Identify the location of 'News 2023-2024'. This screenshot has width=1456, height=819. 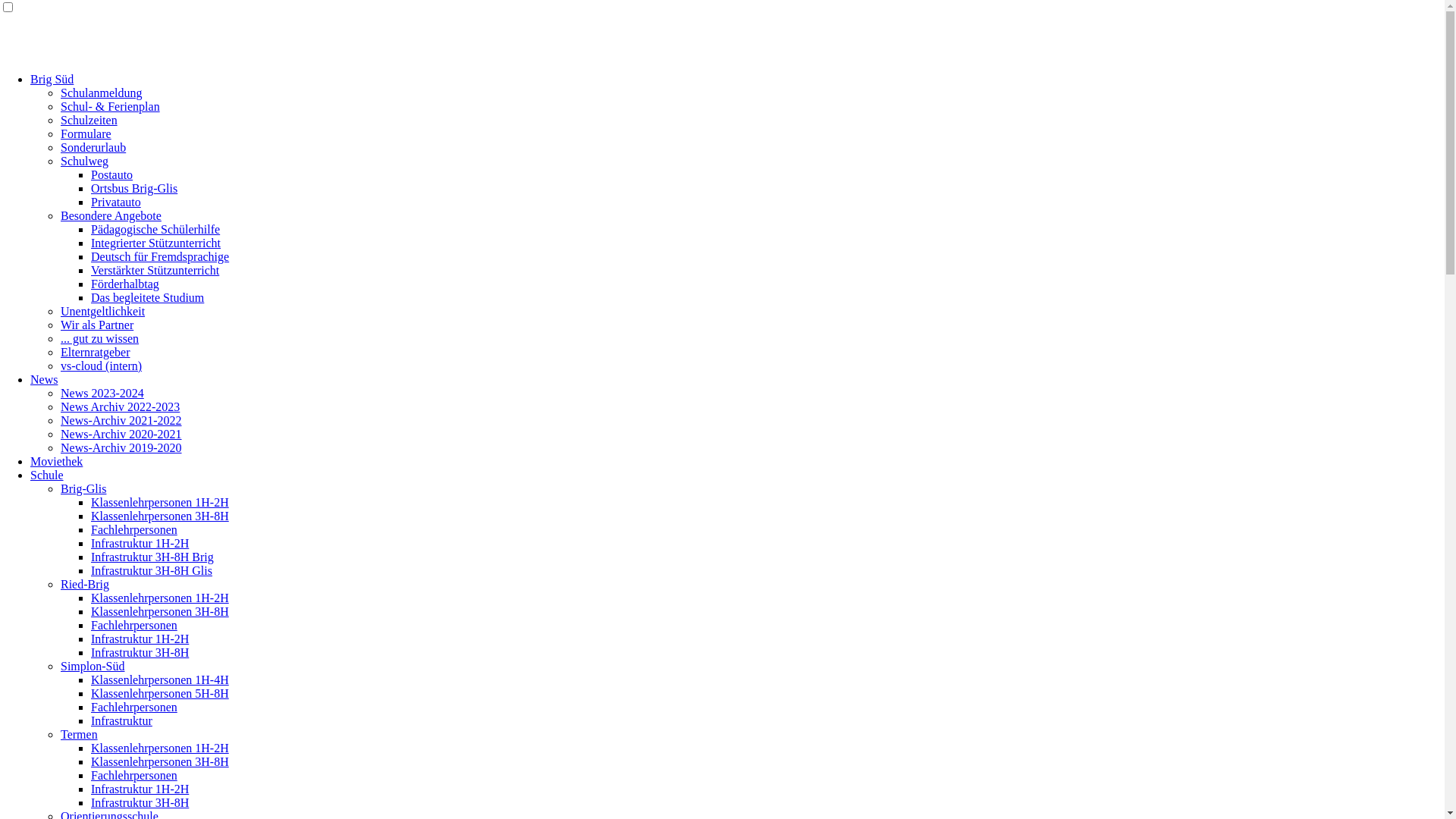
(101, 392).